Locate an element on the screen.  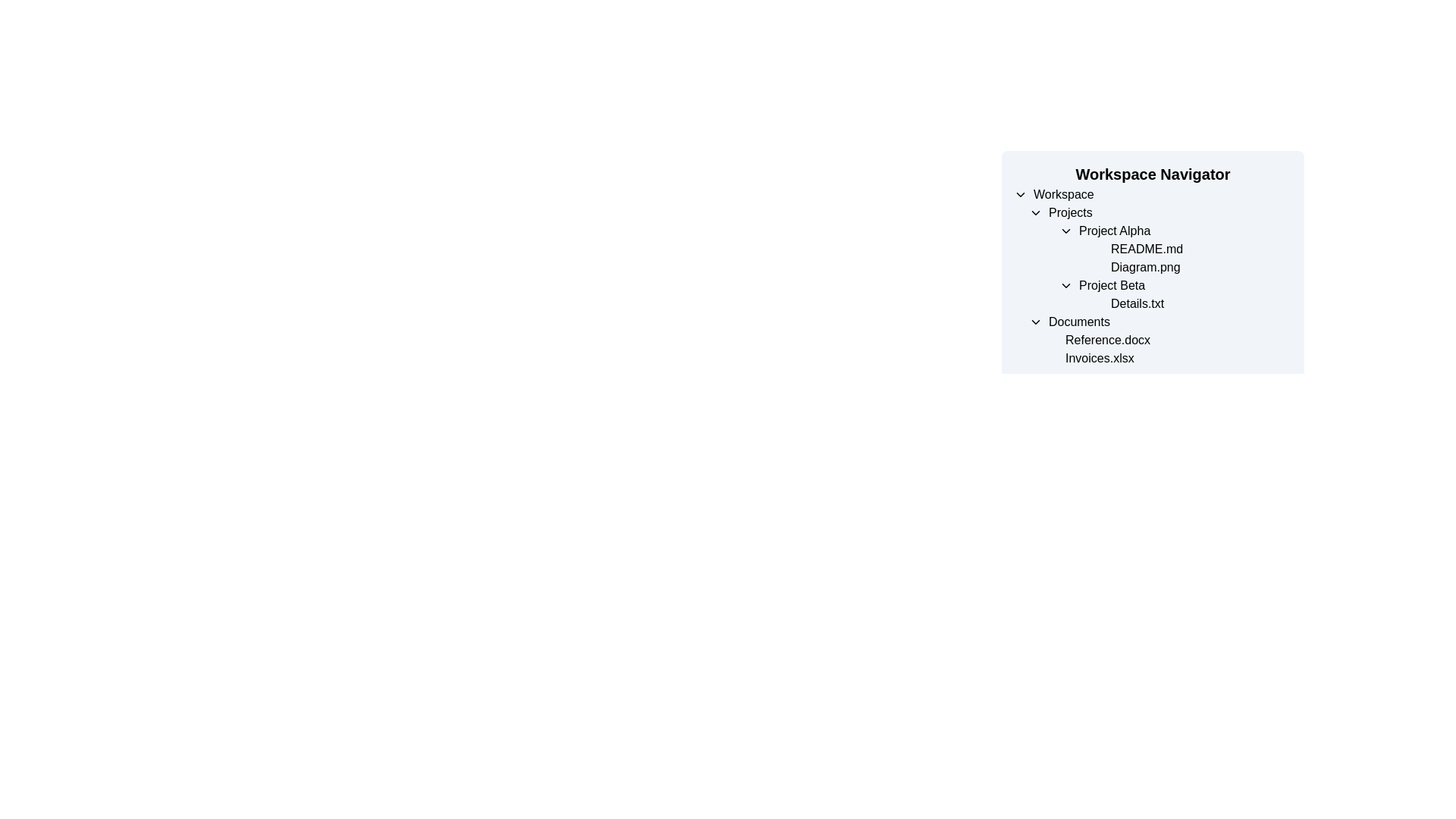
the text label representing the file 'Details.txt' located under 'Project Beta' in the 'Workspace Navigator' is located at coordinates (1159, 295).